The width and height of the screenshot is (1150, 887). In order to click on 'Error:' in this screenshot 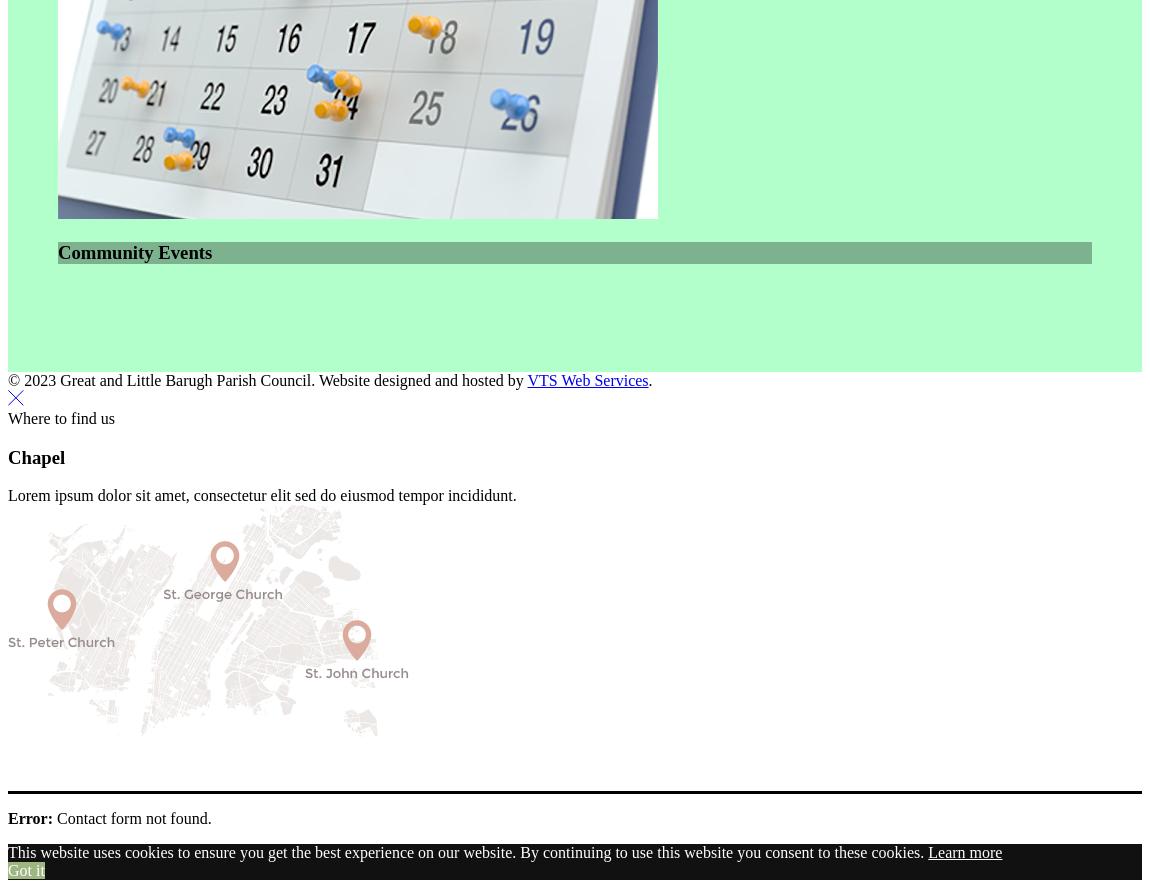, I will do `click(29, 818)`.